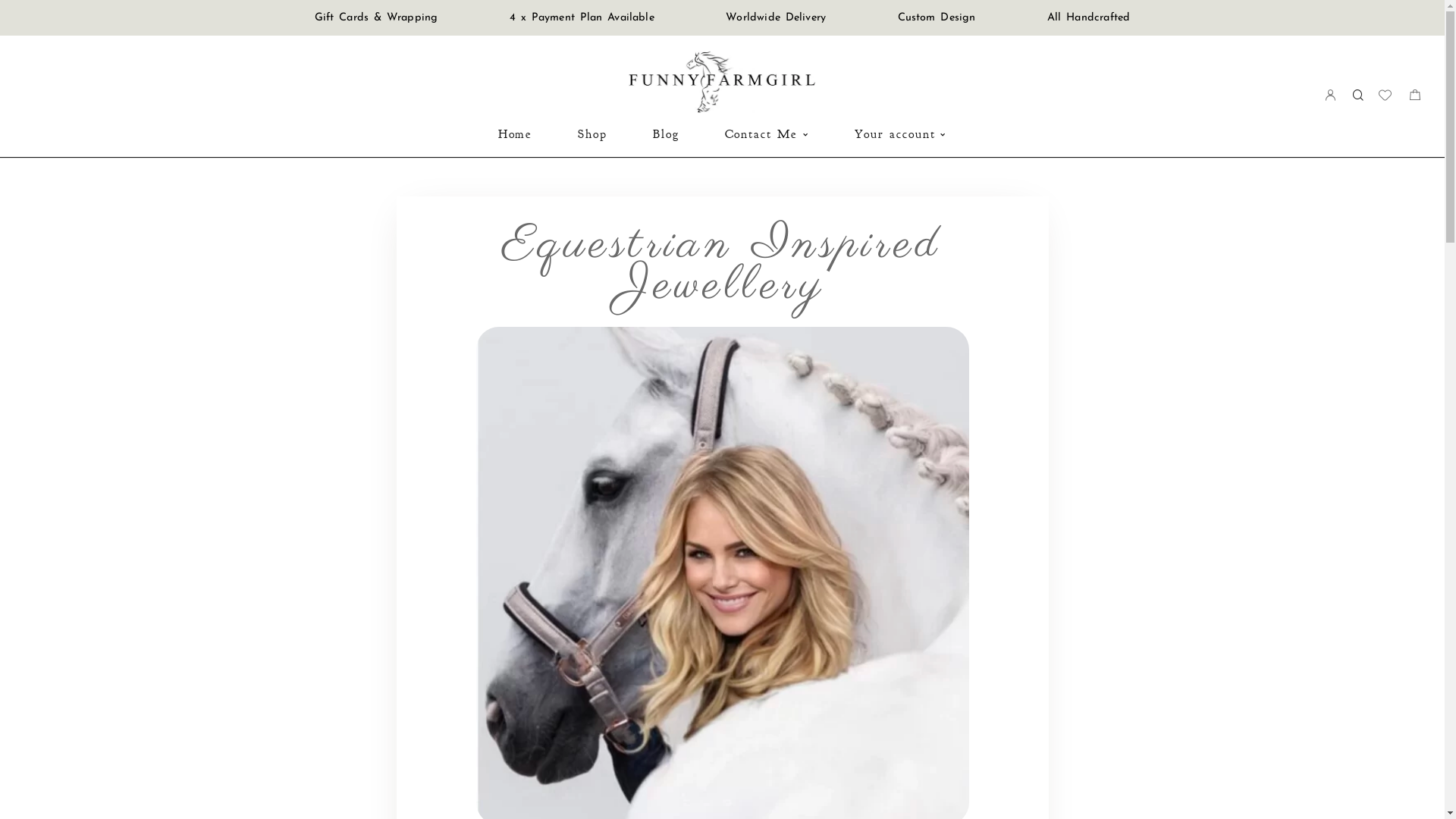 The width and height of the screenshot is (1456, 819). I want to click on 'Your account', so click(831, 133).